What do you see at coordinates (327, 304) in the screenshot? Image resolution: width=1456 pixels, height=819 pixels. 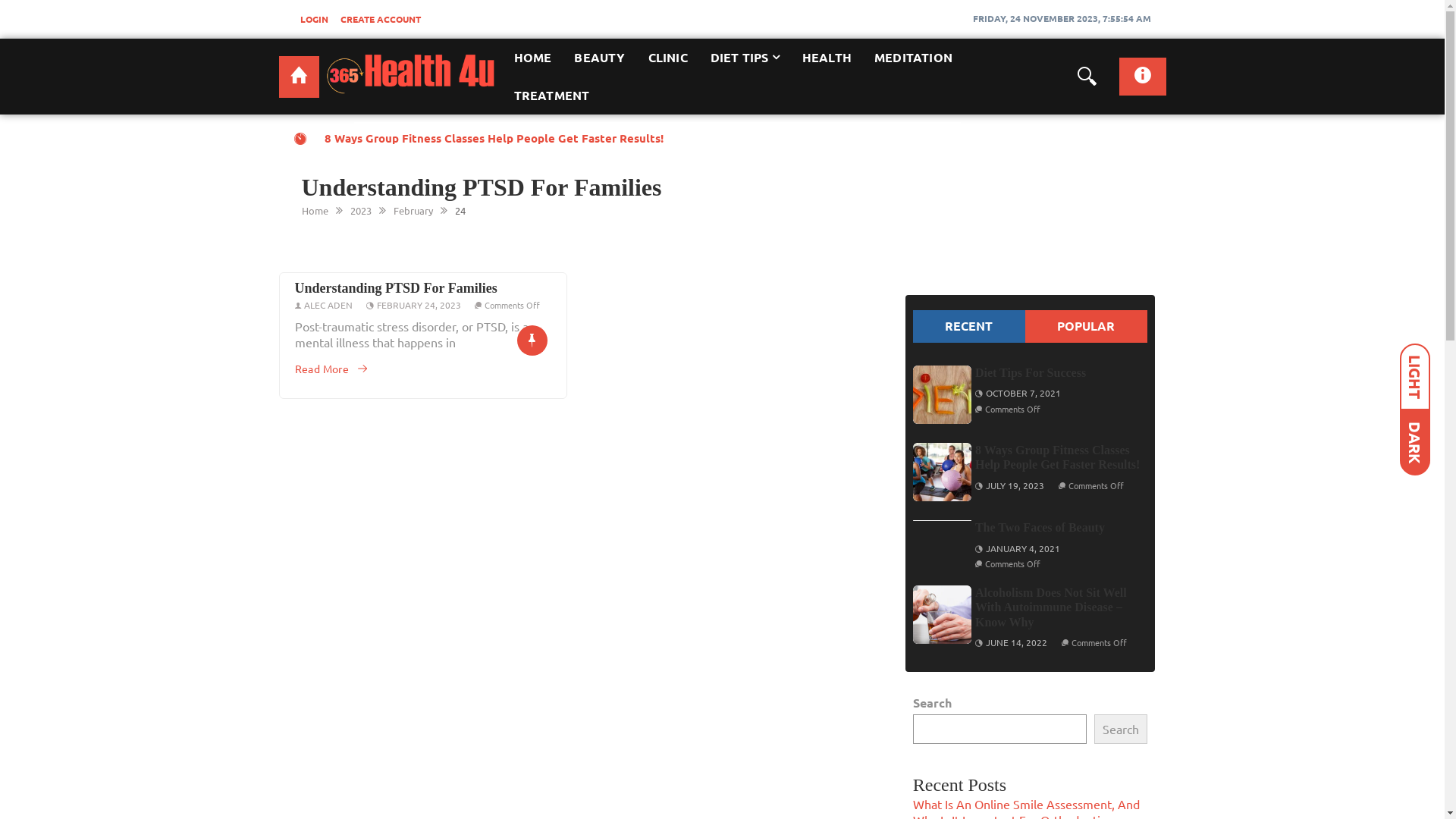 I see `'ALEC ADEN'` at bounding box center [327, 304].